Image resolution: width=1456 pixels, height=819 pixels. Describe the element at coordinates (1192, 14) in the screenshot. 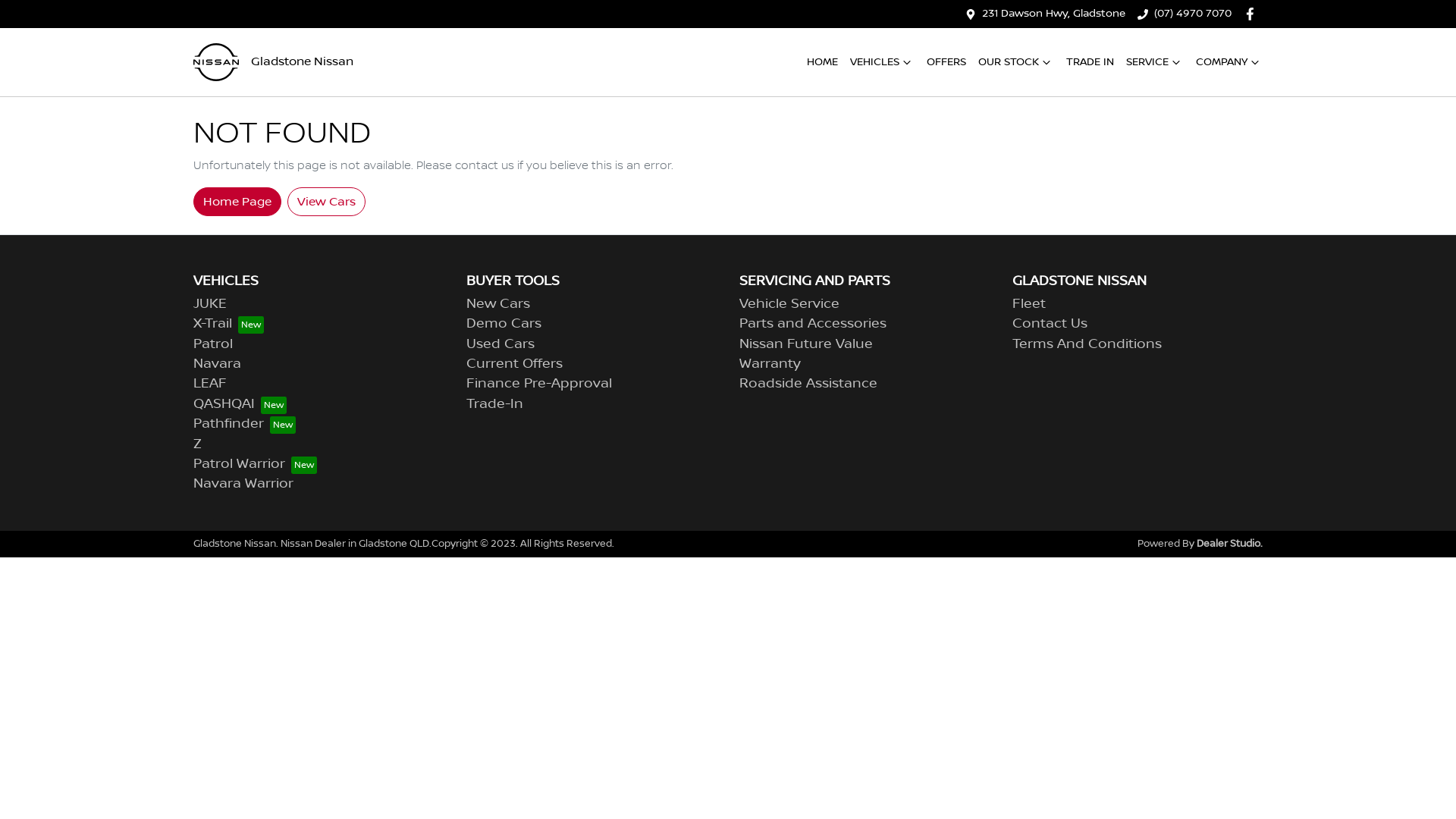

I see `'(07) 4970 7070'` at that location.